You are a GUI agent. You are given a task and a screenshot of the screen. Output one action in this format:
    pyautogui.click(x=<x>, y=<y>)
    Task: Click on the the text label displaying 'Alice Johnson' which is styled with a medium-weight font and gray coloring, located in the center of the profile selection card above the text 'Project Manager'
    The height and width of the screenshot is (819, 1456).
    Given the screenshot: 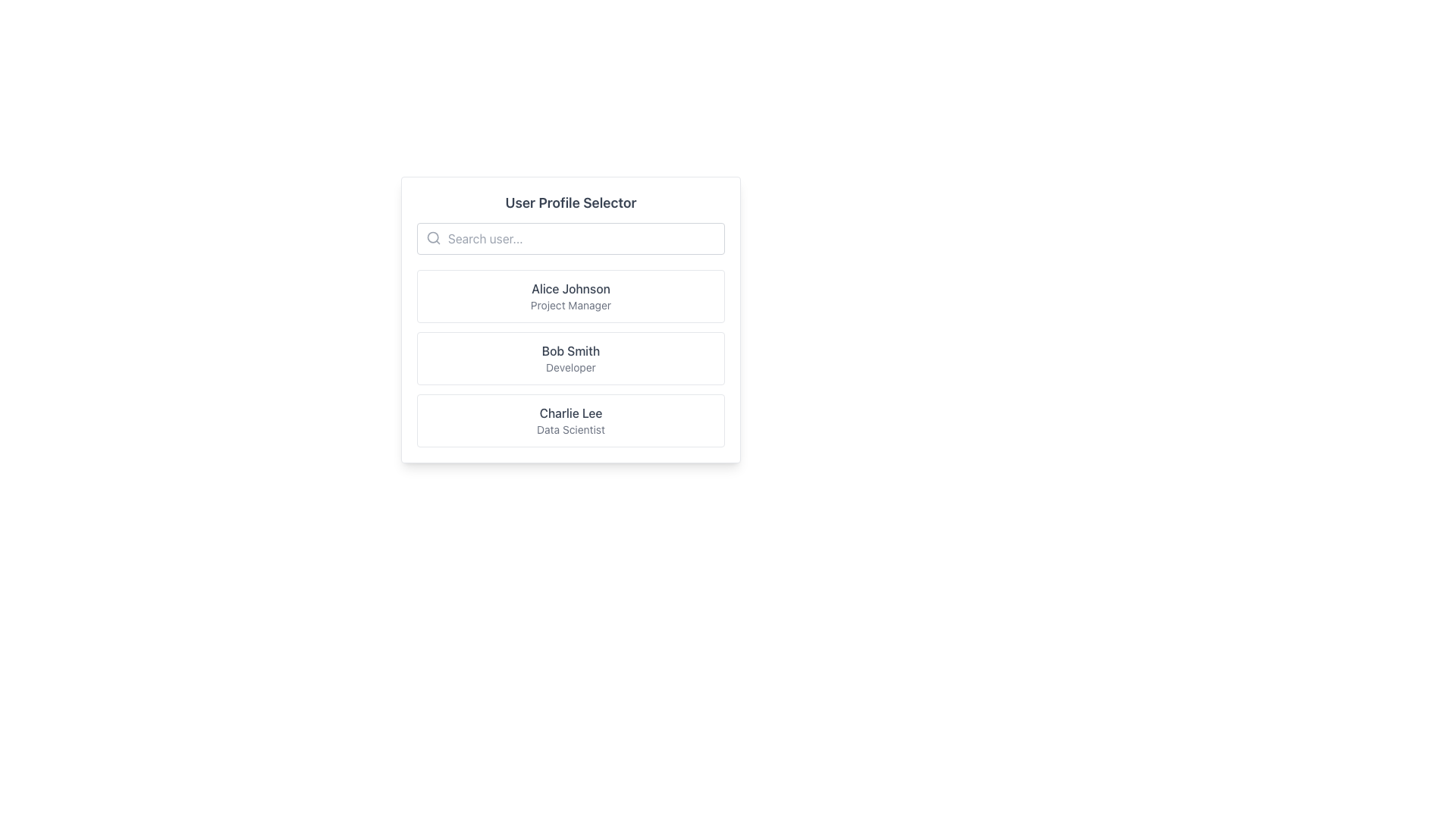 What is the action you would take?
    pyautogui.click(x=570, y=289)
    